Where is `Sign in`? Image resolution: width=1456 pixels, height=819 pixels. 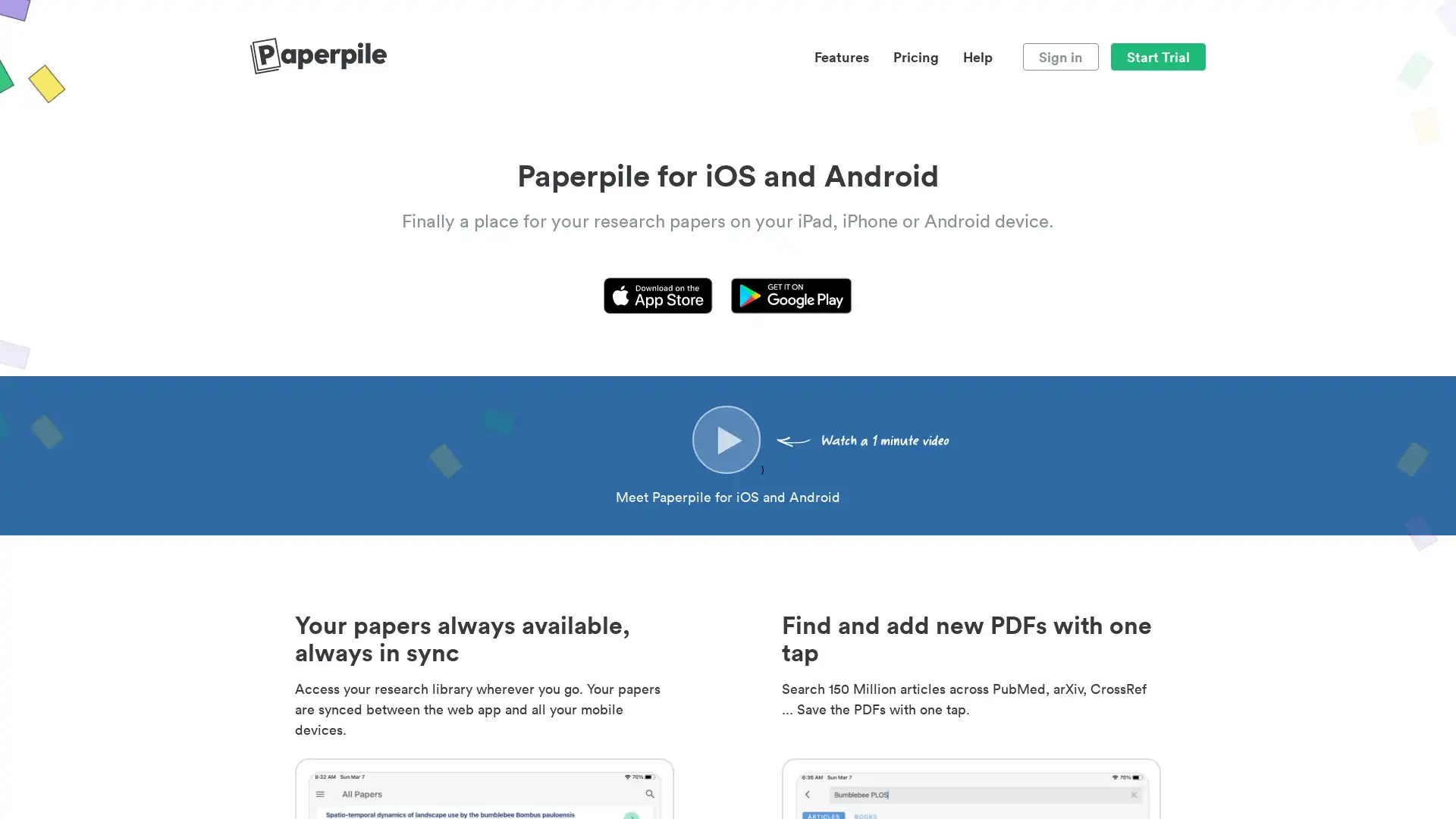 Sign in is located at coordinates (1059, 55).